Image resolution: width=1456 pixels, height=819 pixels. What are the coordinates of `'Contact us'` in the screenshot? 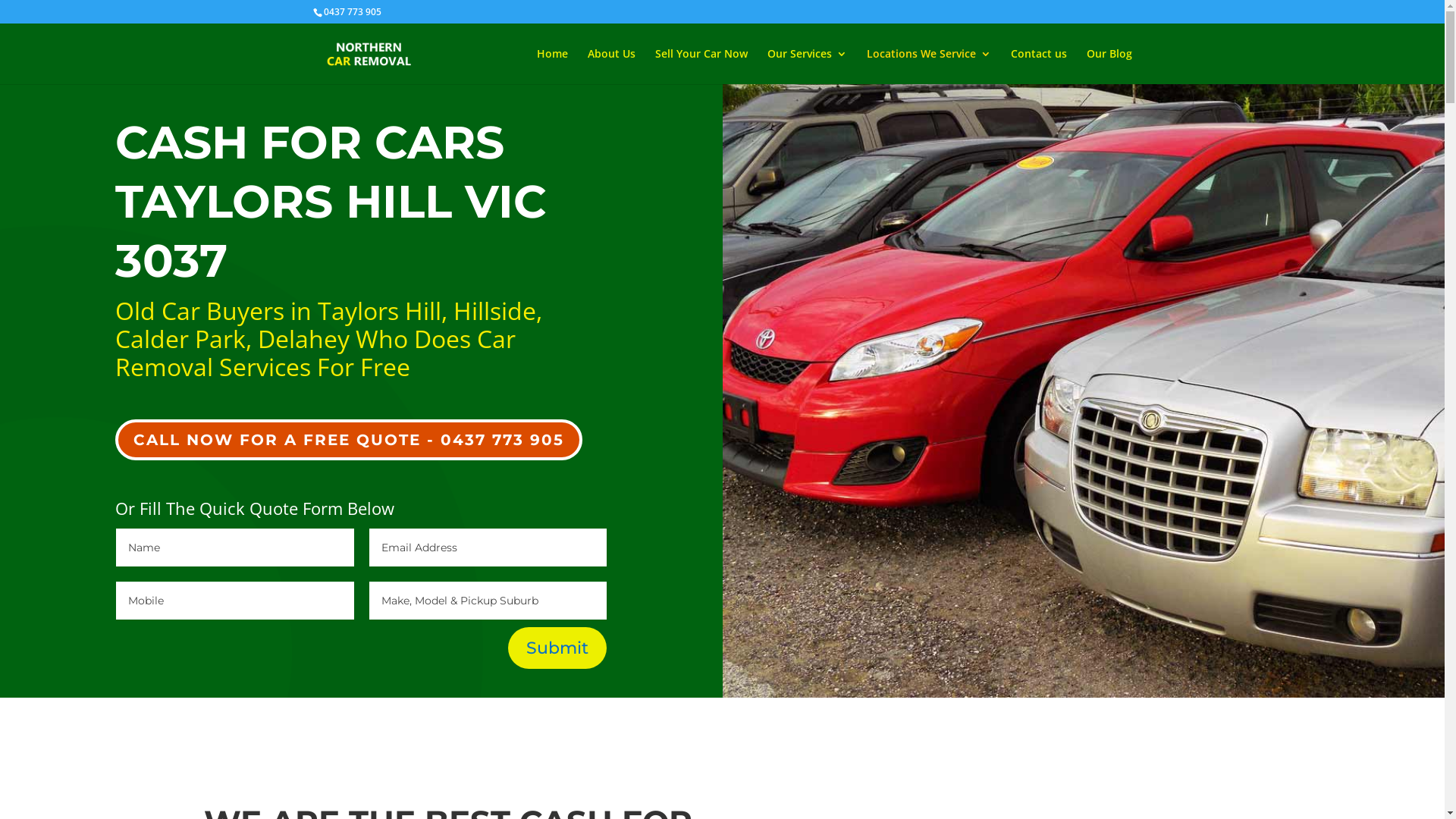 It's located at (1037, 65).